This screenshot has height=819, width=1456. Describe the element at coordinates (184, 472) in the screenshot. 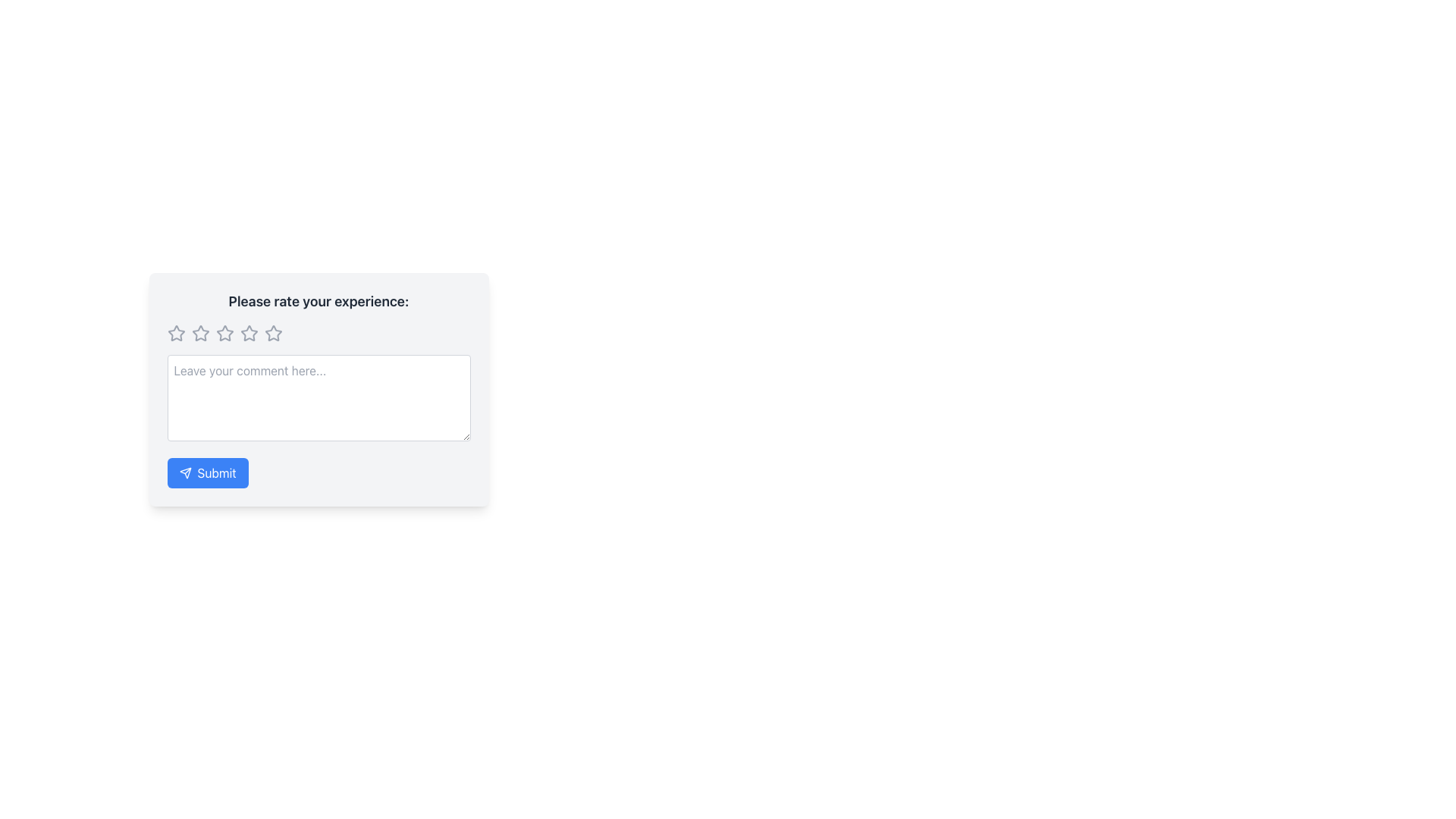

I see `the 'Submit' button which contains a small triangular paper plane icon at its bottom-left corner` at that location.